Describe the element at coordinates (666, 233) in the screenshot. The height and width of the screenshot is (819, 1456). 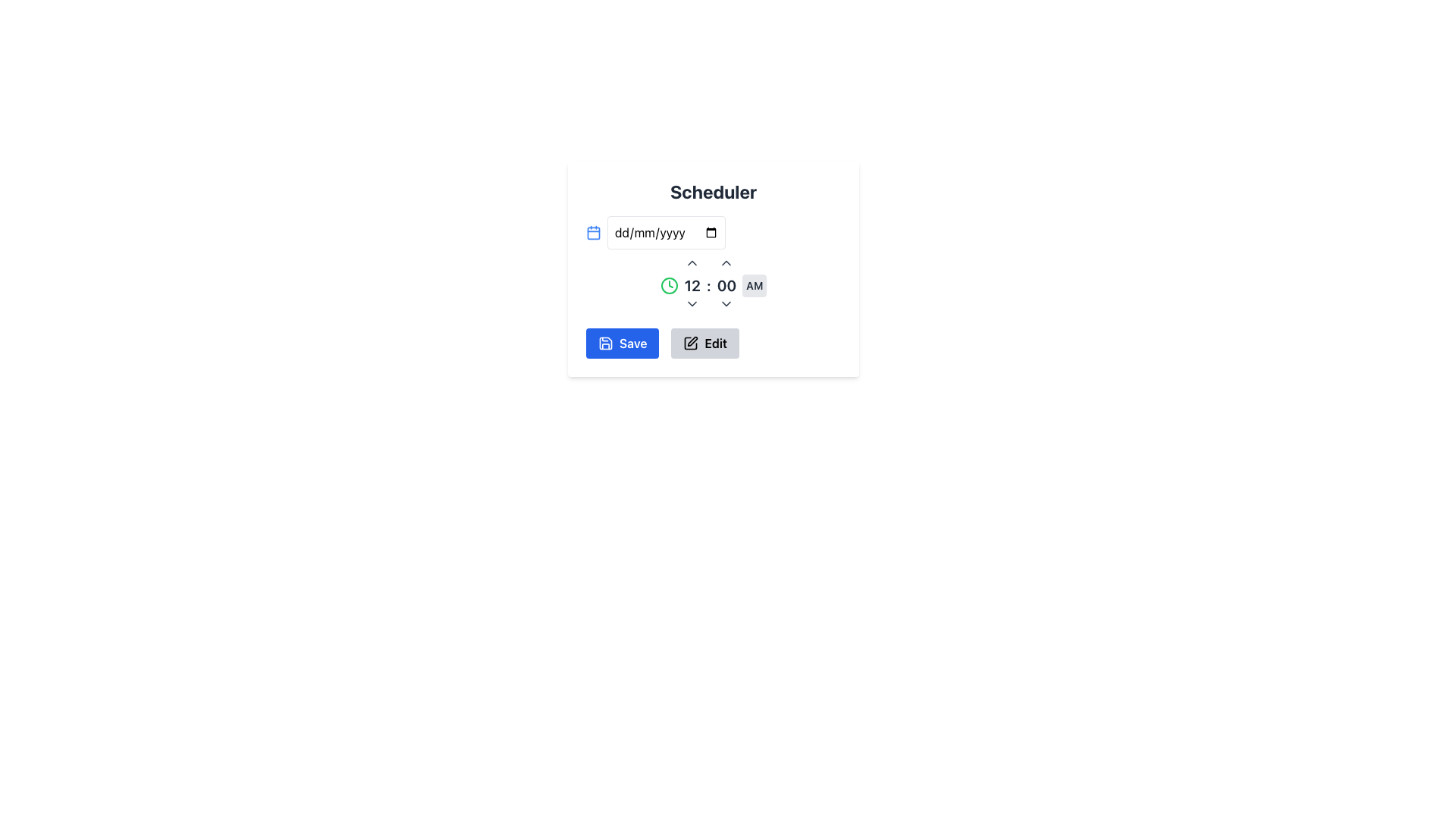
I see `the date input field, which is a rectangular box styled with rounded borders, to activate its focus state` at that location.